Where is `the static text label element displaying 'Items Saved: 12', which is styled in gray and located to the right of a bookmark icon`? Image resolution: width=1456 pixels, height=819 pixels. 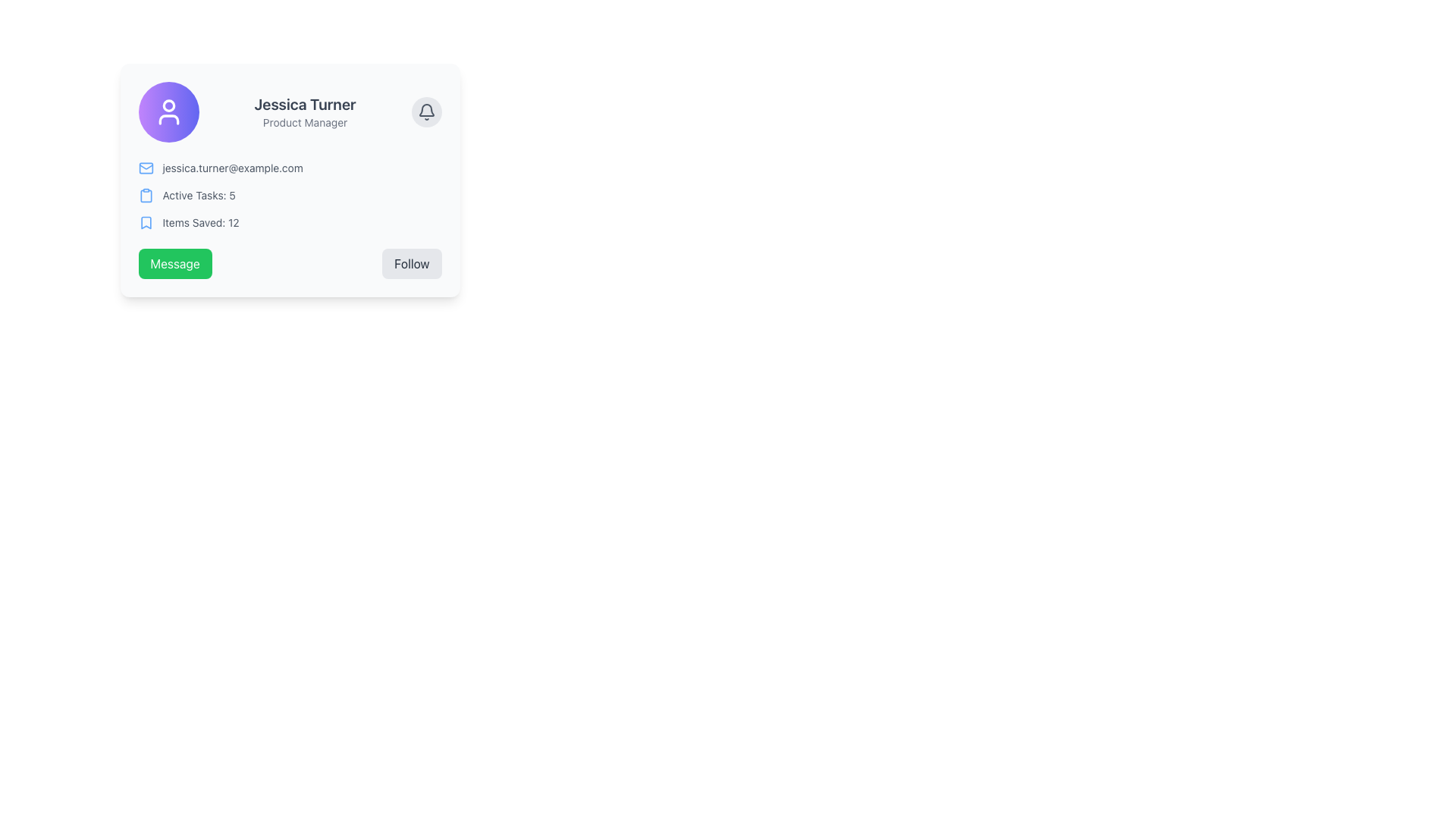
the static text label element displaying 'Items Saved: 12', which is styled in gray and located to the right of a bookmark icon is located at coordinates (200, 222).